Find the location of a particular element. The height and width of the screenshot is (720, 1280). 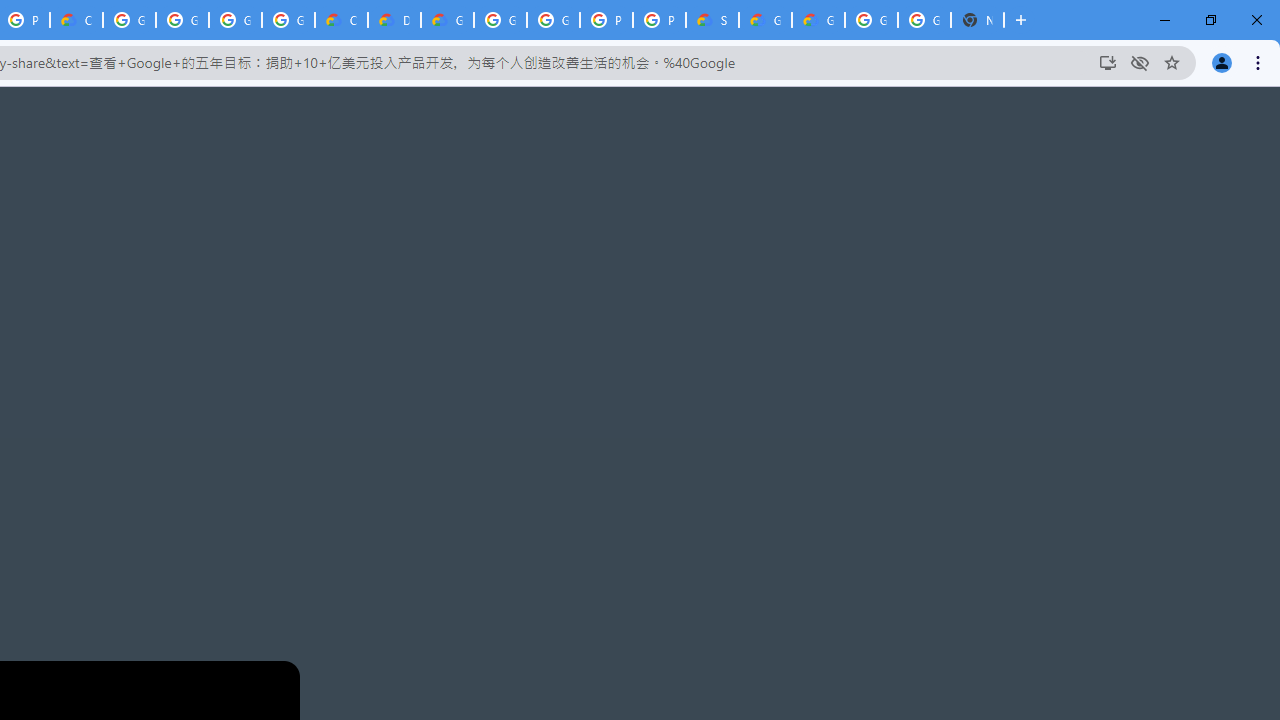

'Google Cloud Service Health' is located at coordinates (818, 20).